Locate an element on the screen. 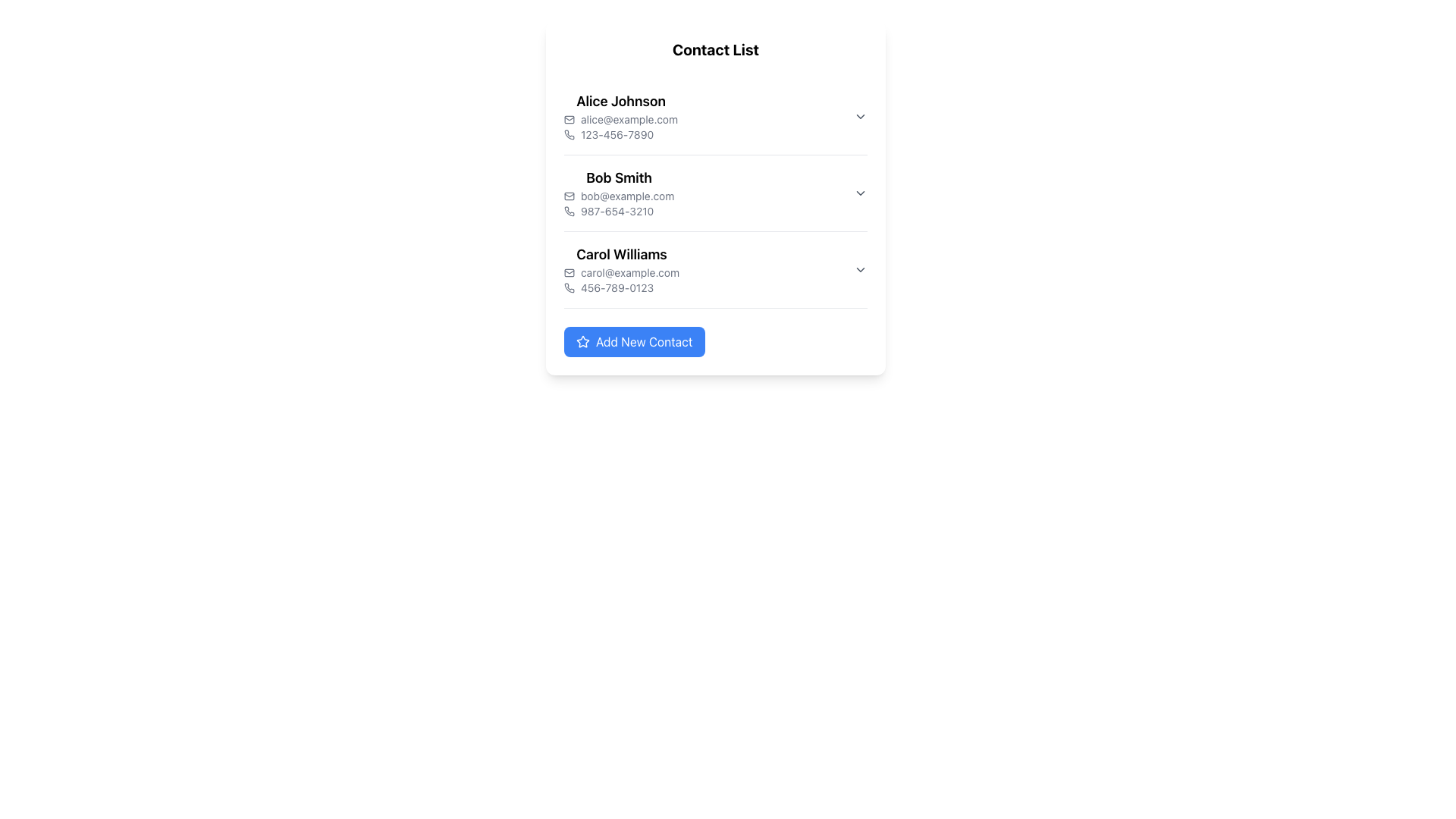  the chevron-down button located to the right of the contact information for 'Carol Williams' is located at coordinates (860, 268).